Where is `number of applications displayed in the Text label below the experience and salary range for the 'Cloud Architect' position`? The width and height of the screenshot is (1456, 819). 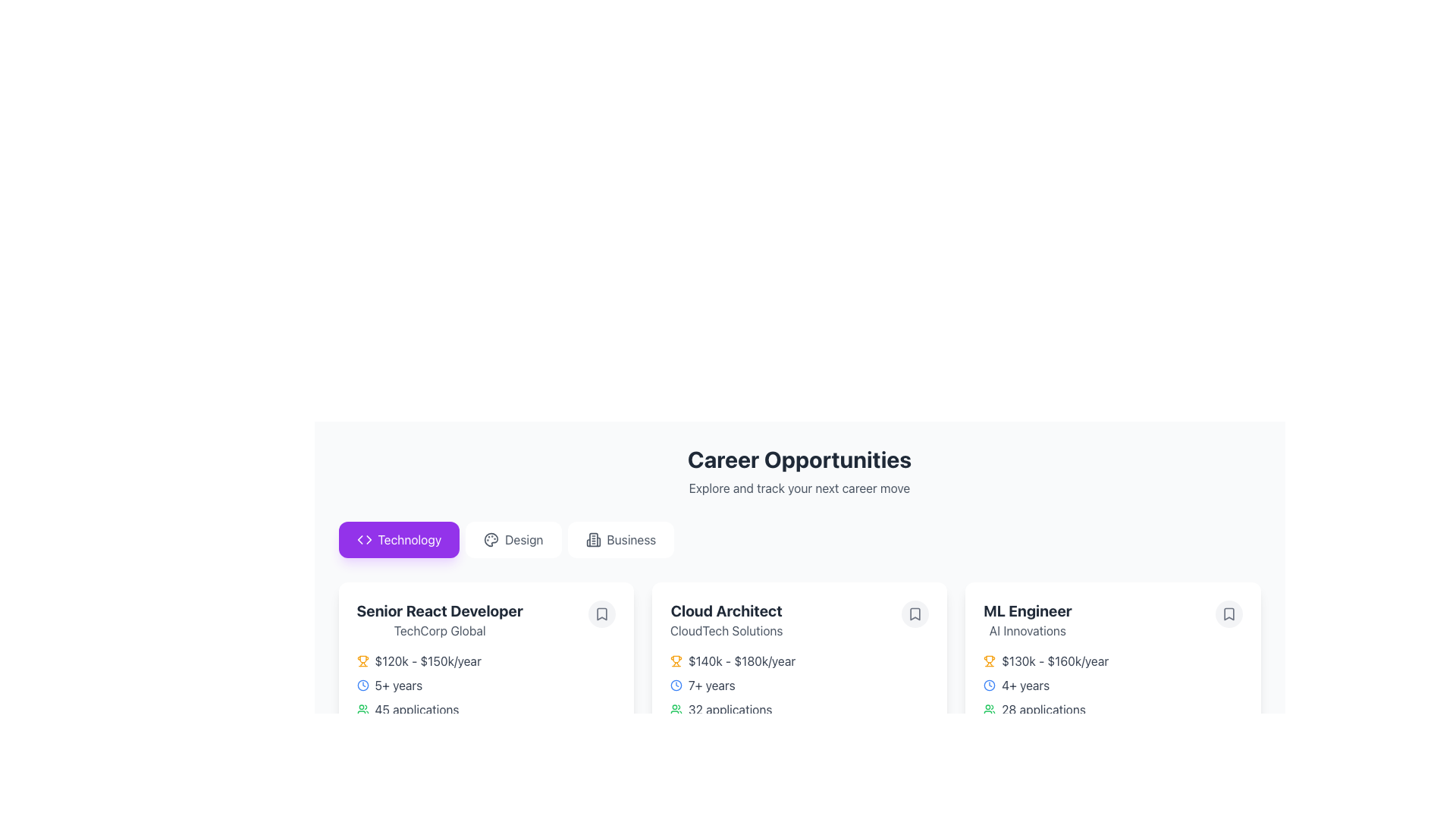 number of applications displayed in the Text label below the experience and salary range for the 'Cloud Architect' position is located at coordinates (730, 710).